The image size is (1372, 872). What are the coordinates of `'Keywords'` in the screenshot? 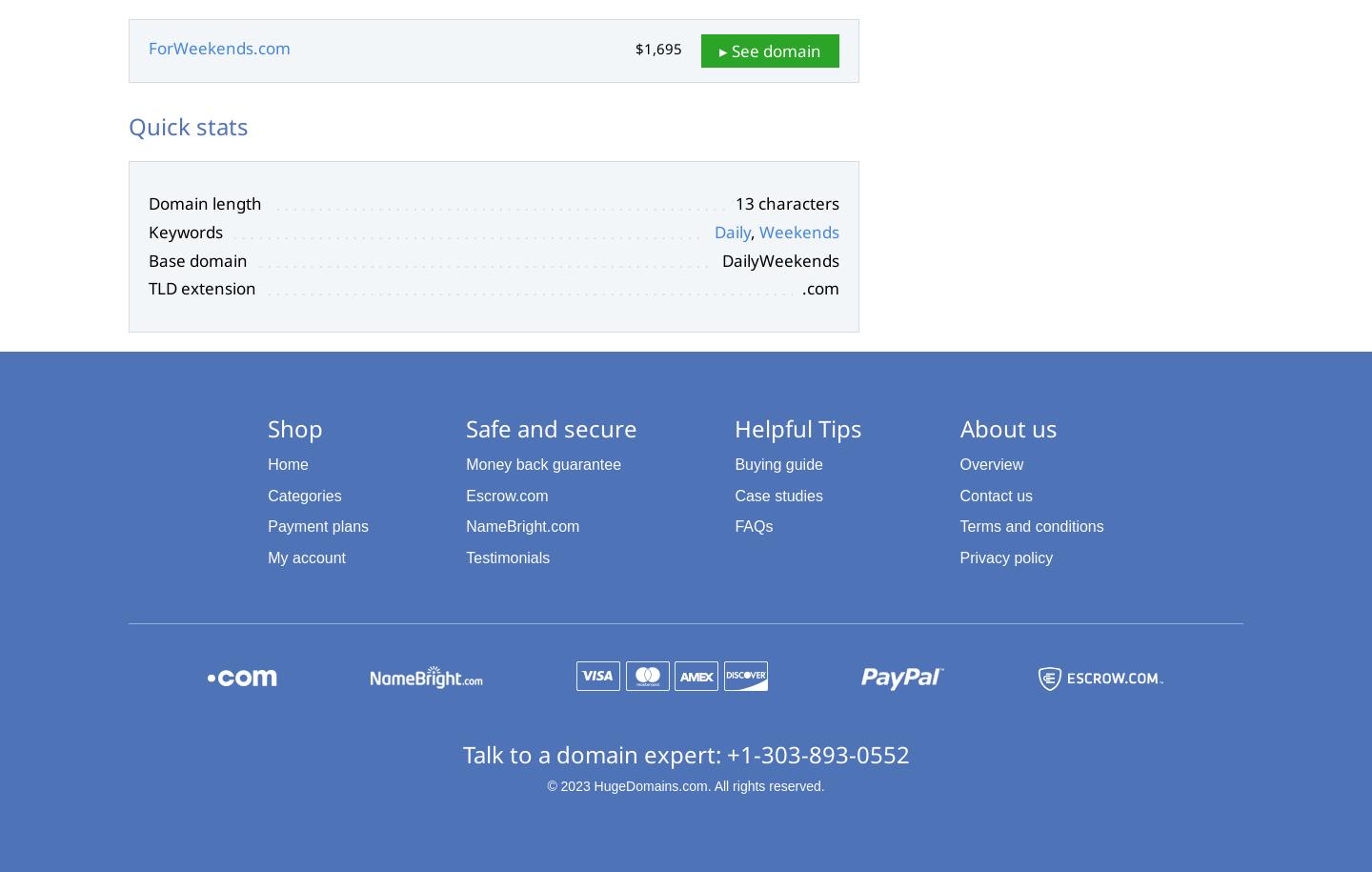 It's located at (185, 231).